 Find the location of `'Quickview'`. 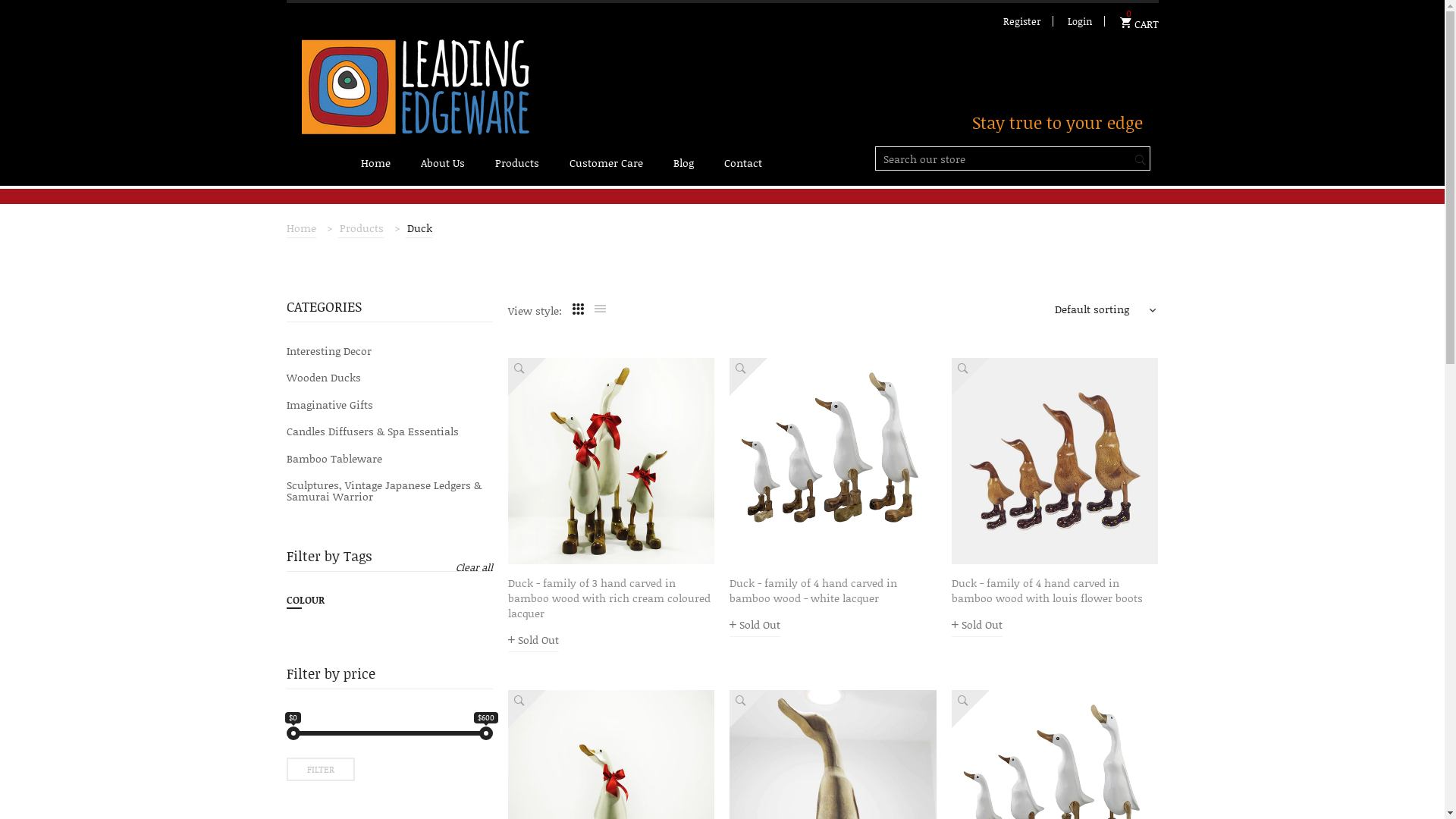

'Quickview' is located at coordinates (508, 376).